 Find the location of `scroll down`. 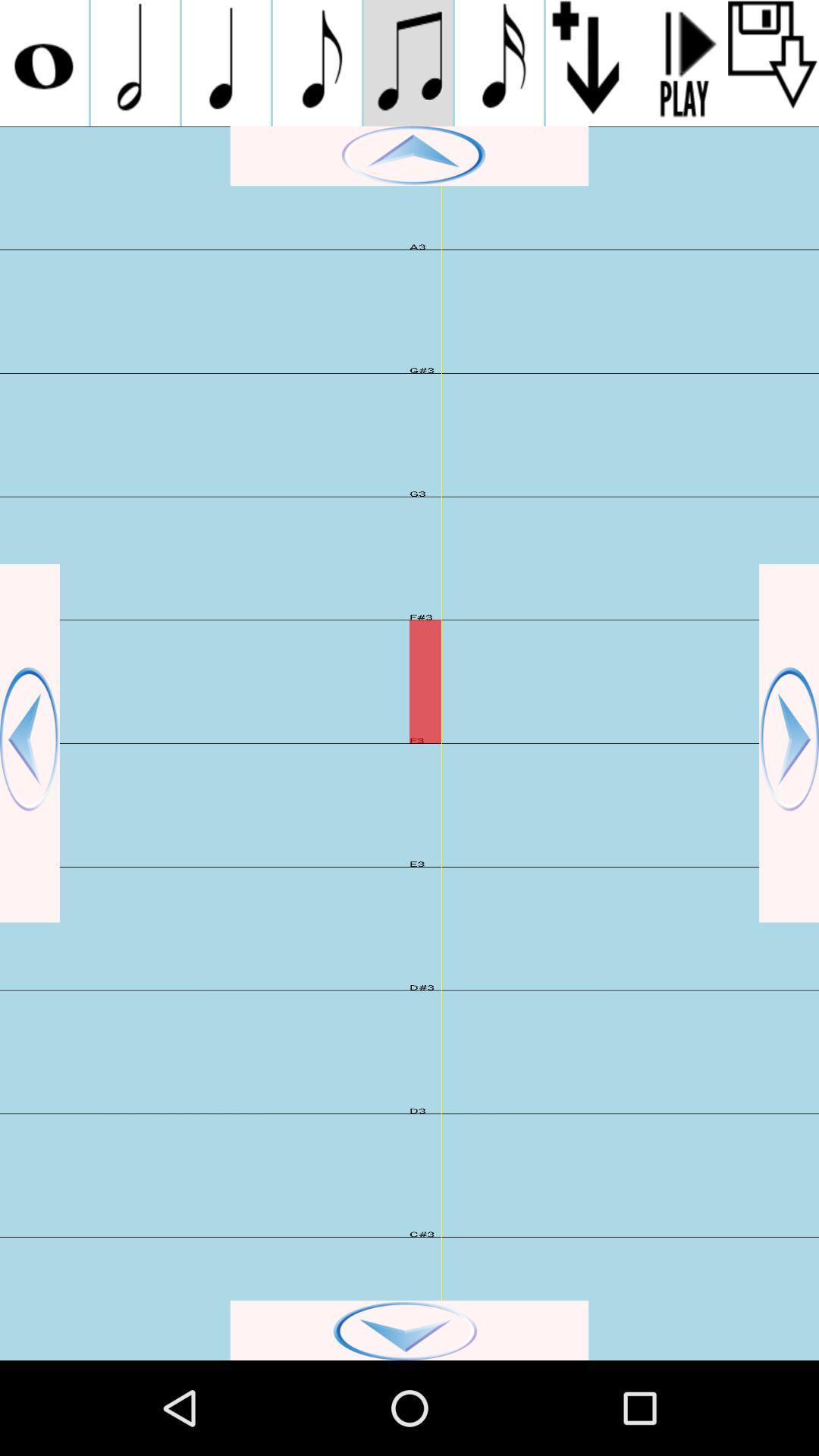

scroll down is located at coordinates (773, 62).